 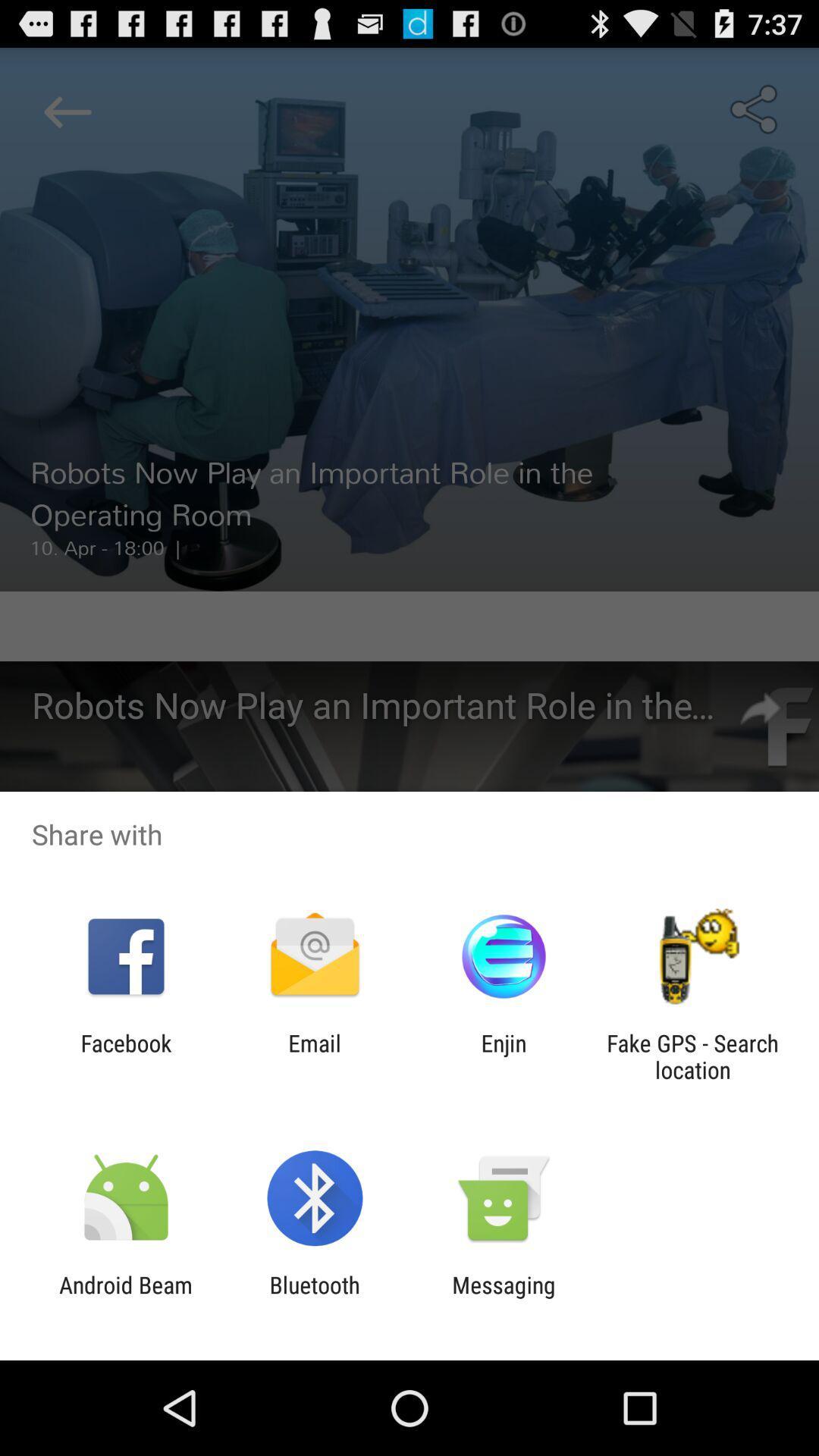 I want to click on the item next to bluetooth app, so click(x=504, y=1298).